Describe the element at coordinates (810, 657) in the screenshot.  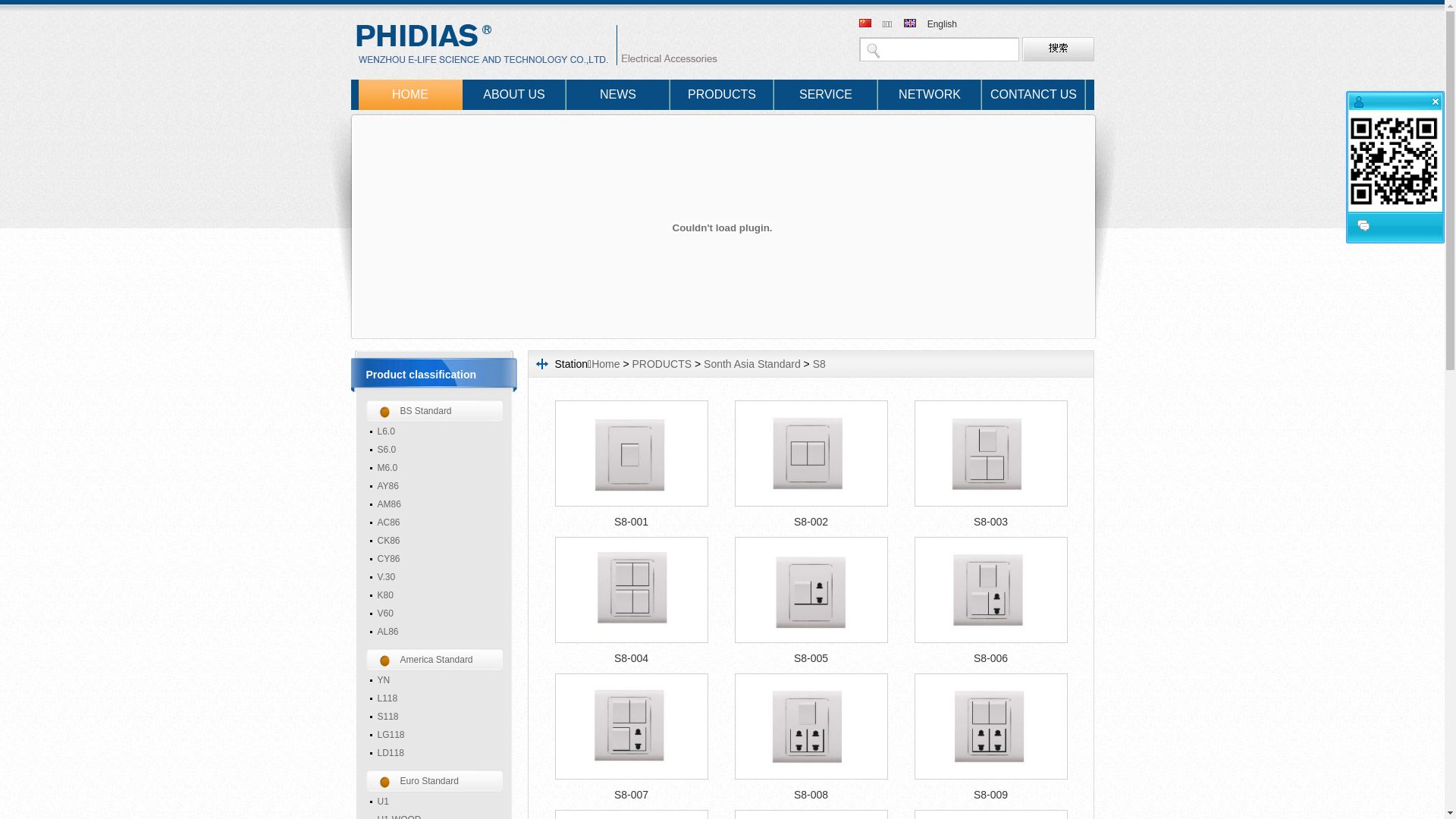
I see `'S8-005'` at that location.